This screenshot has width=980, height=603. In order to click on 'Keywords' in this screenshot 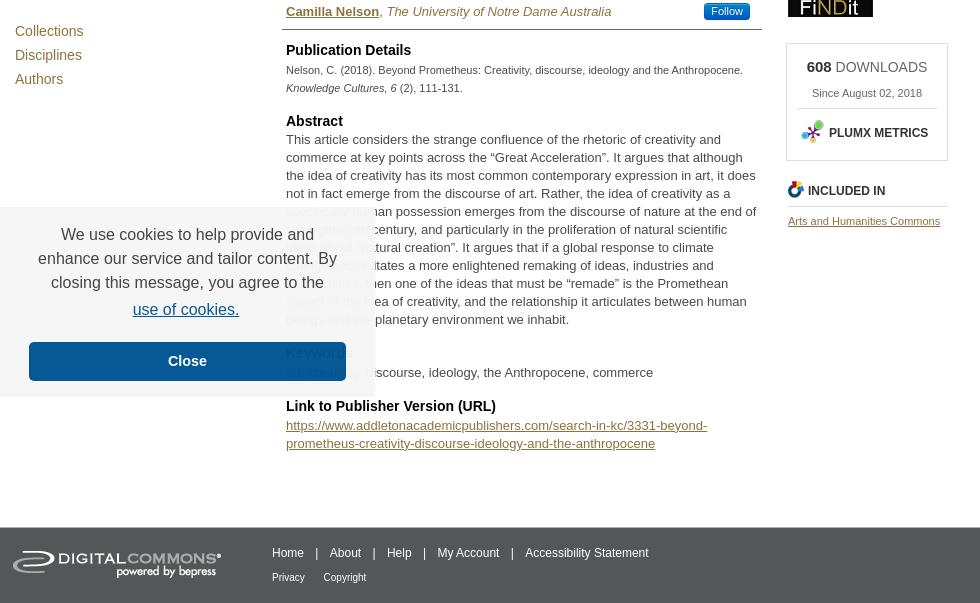, I will do `click(318, 351)`.